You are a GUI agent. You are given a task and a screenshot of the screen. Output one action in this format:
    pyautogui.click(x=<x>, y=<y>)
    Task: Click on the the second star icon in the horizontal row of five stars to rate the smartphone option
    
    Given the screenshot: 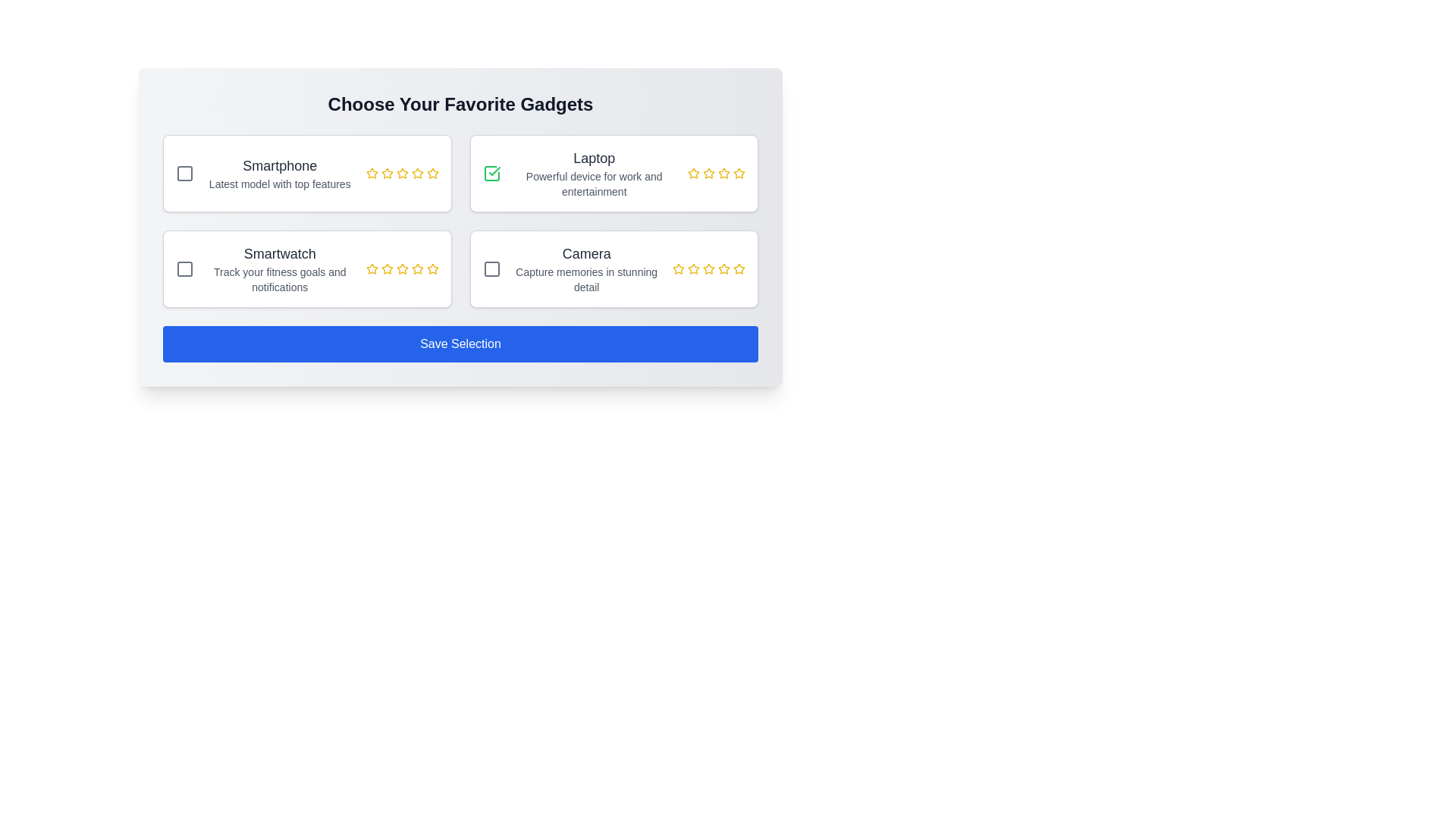 What is the action you would take?
    pyautogui.click(x=387, y=172)
    